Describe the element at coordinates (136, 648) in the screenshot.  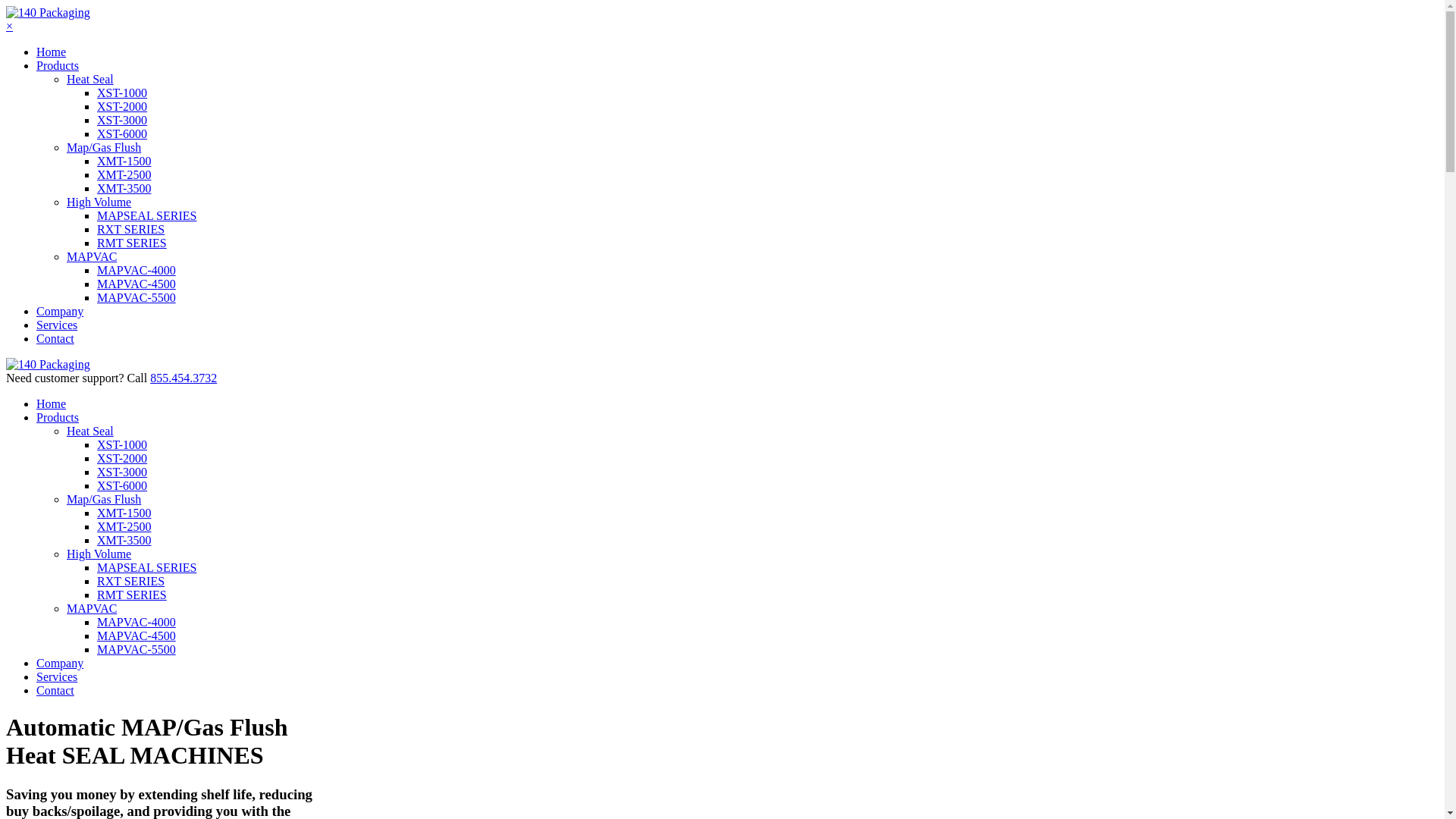
I see `'MAPVAC-5500'` at that location.